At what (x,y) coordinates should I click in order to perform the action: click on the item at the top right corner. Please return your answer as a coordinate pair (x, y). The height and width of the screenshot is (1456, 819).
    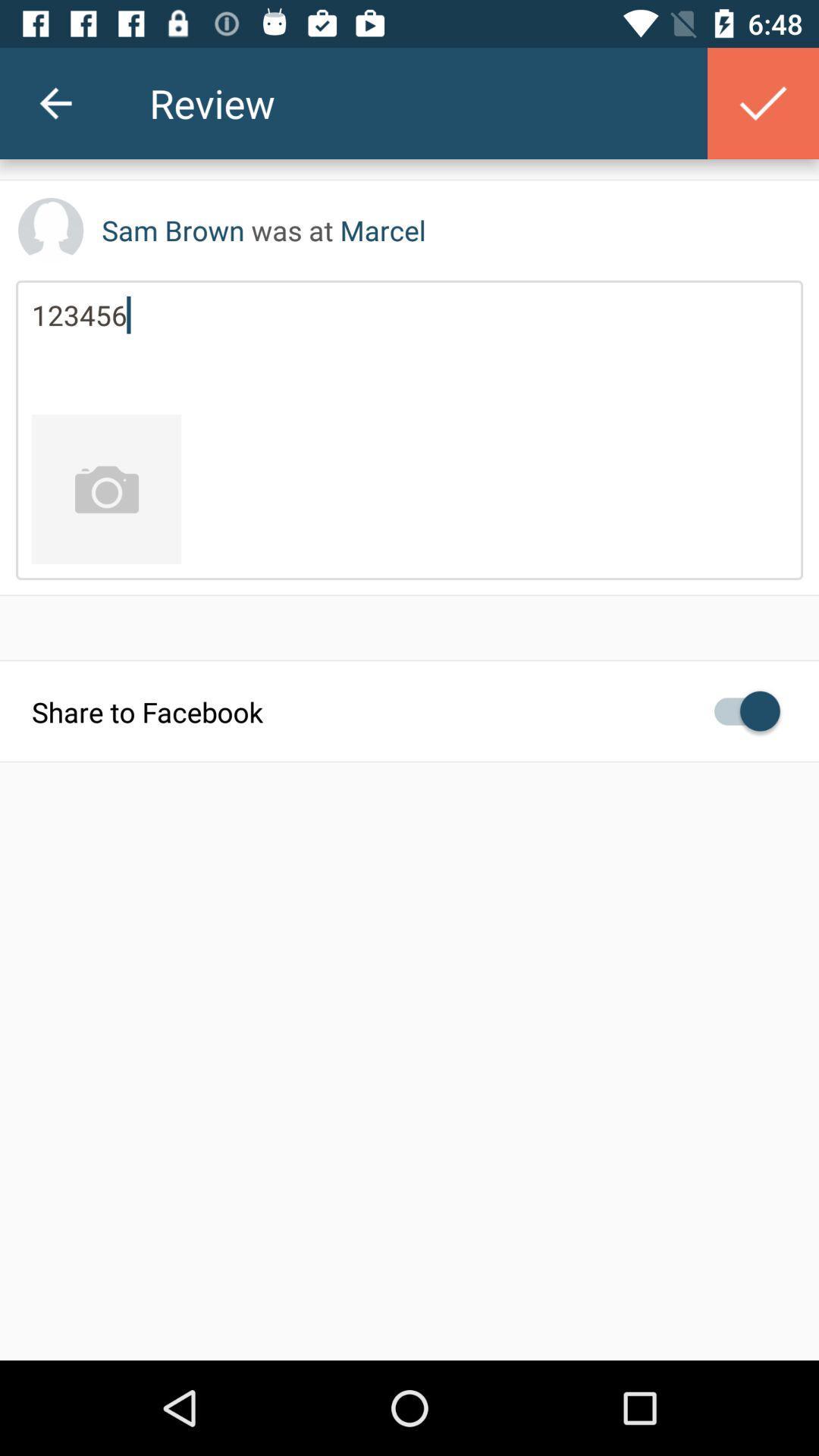
    Looking at the image, I should click on (763, 102).